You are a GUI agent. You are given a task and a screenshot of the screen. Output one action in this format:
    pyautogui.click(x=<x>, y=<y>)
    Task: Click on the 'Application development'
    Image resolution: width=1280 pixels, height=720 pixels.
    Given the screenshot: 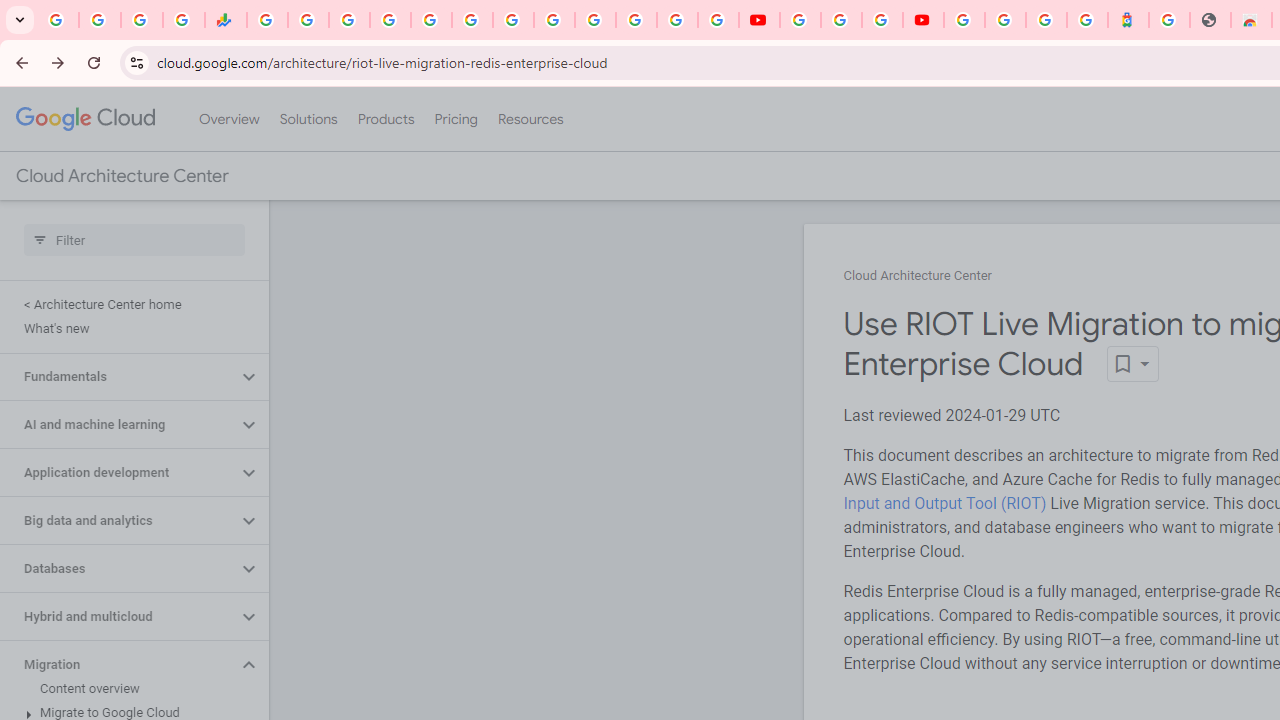 What is the action you would take?
    pyautogui.click(x=117, y=473)
    